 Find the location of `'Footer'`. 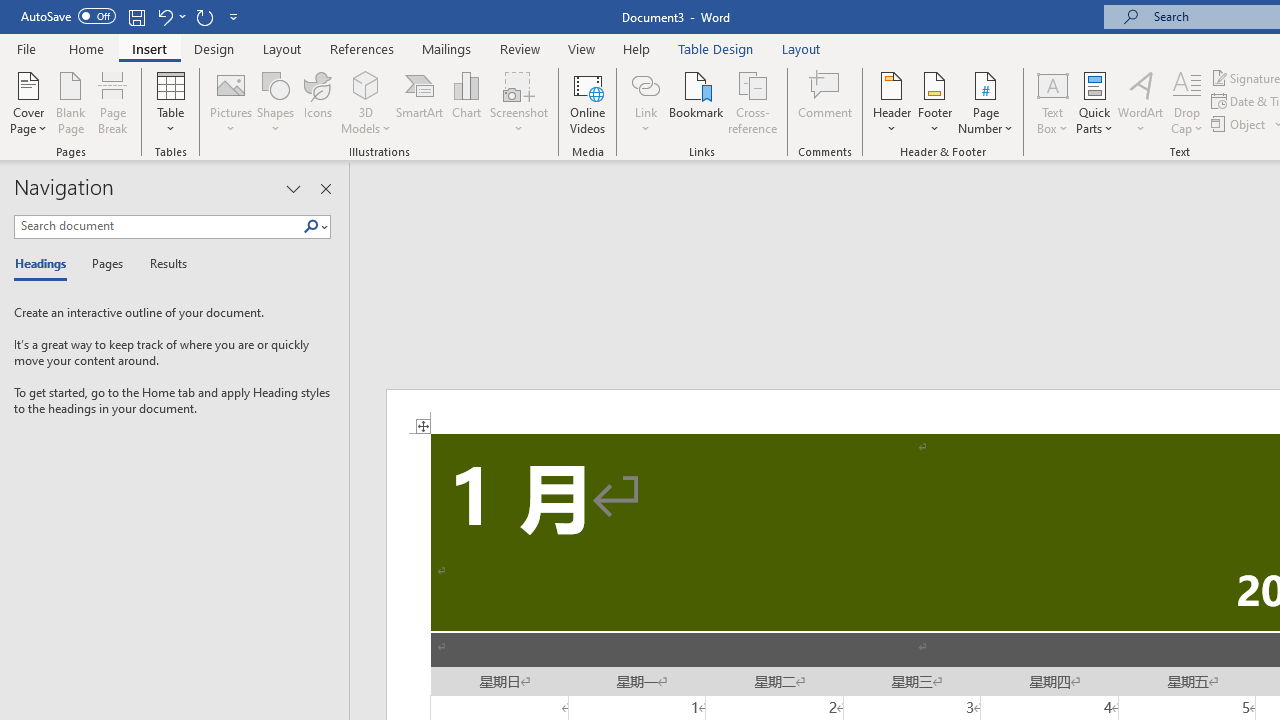

'Footer' is located at coordinates (934, 103).